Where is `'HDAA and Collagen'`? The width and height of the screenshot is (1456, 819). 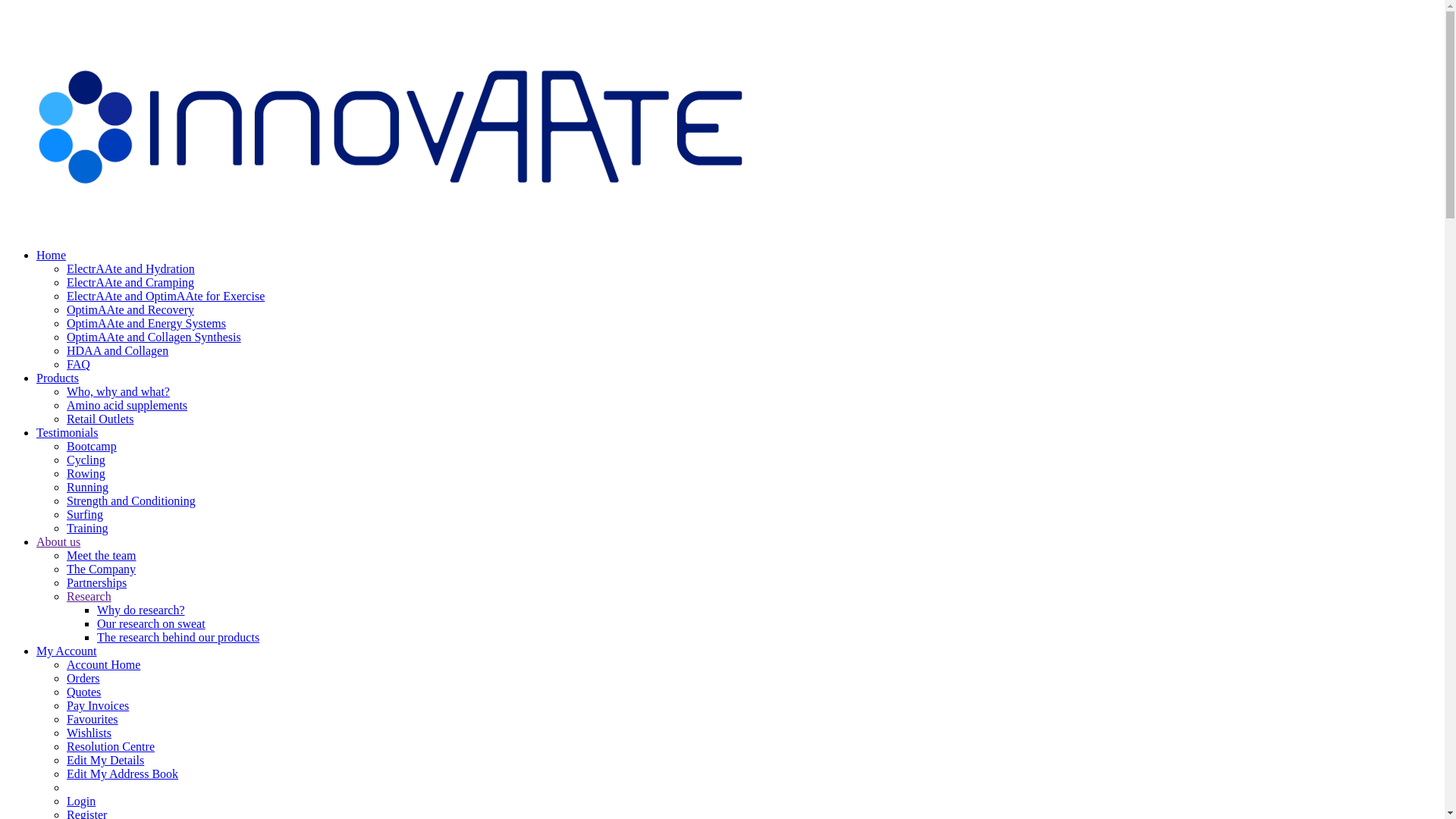 'HDAA and Collagen' is located at coordinates (116, 350).